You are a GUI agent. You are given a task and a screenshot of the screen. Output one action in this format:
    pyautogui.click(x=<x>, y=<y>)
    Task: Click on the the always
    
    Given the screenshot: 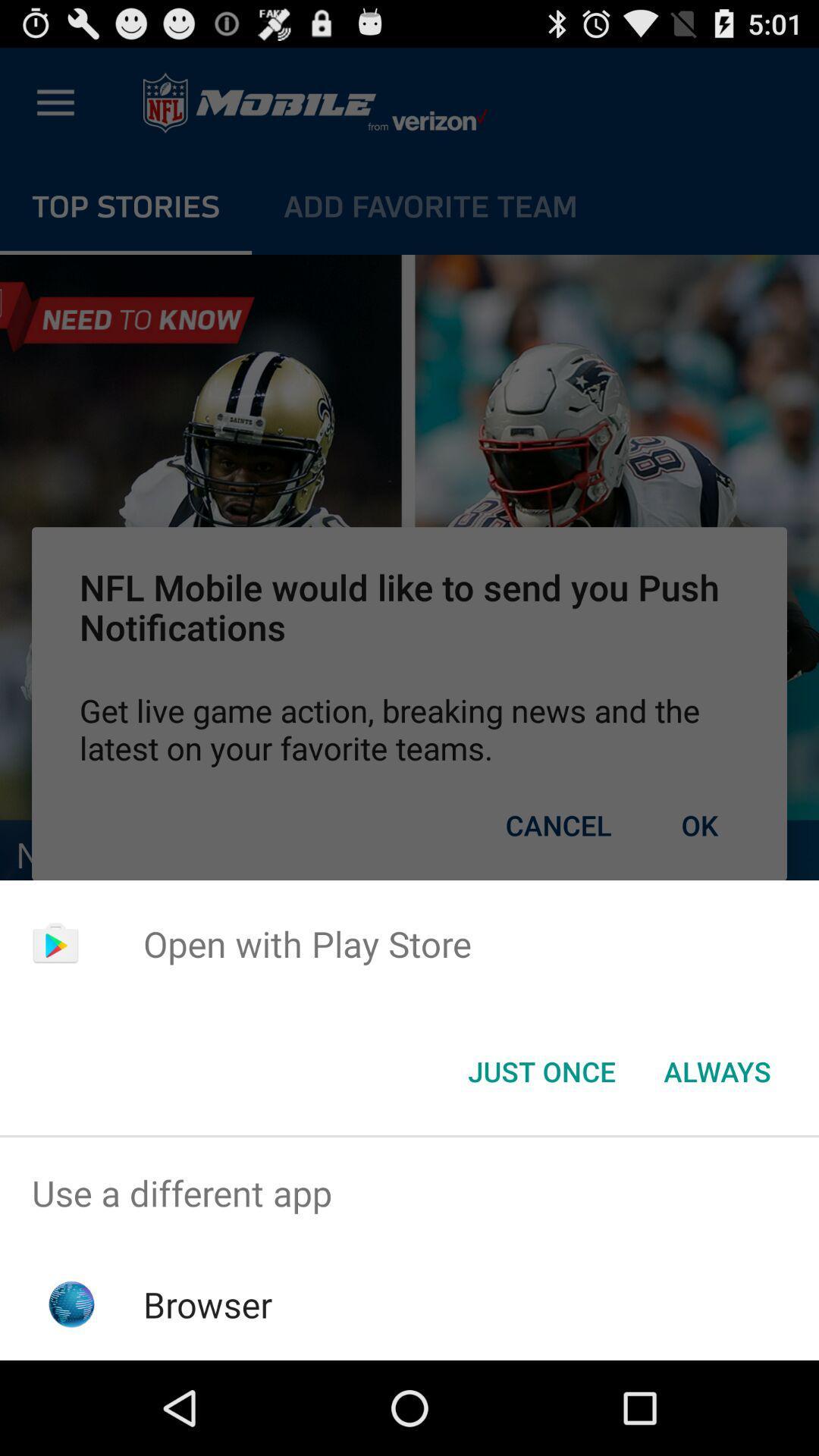 What is the action you would take?
    pyautogui.click(x=717, y=1070)
    